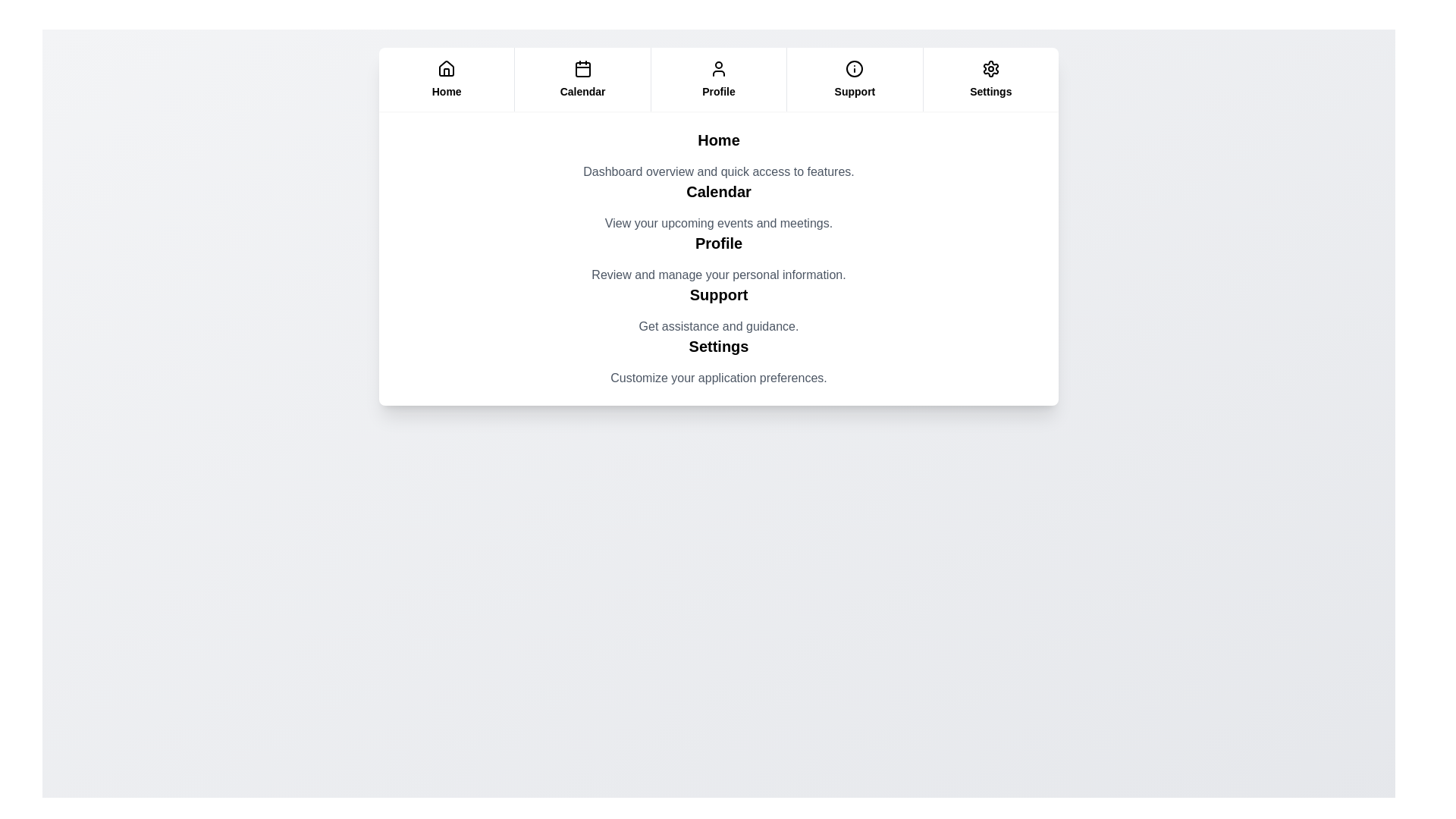  I want to click on the static descriptive text located below the bold 'Profile' heading, which conveys additional information about the 'Profile' section, so click(718, 275).